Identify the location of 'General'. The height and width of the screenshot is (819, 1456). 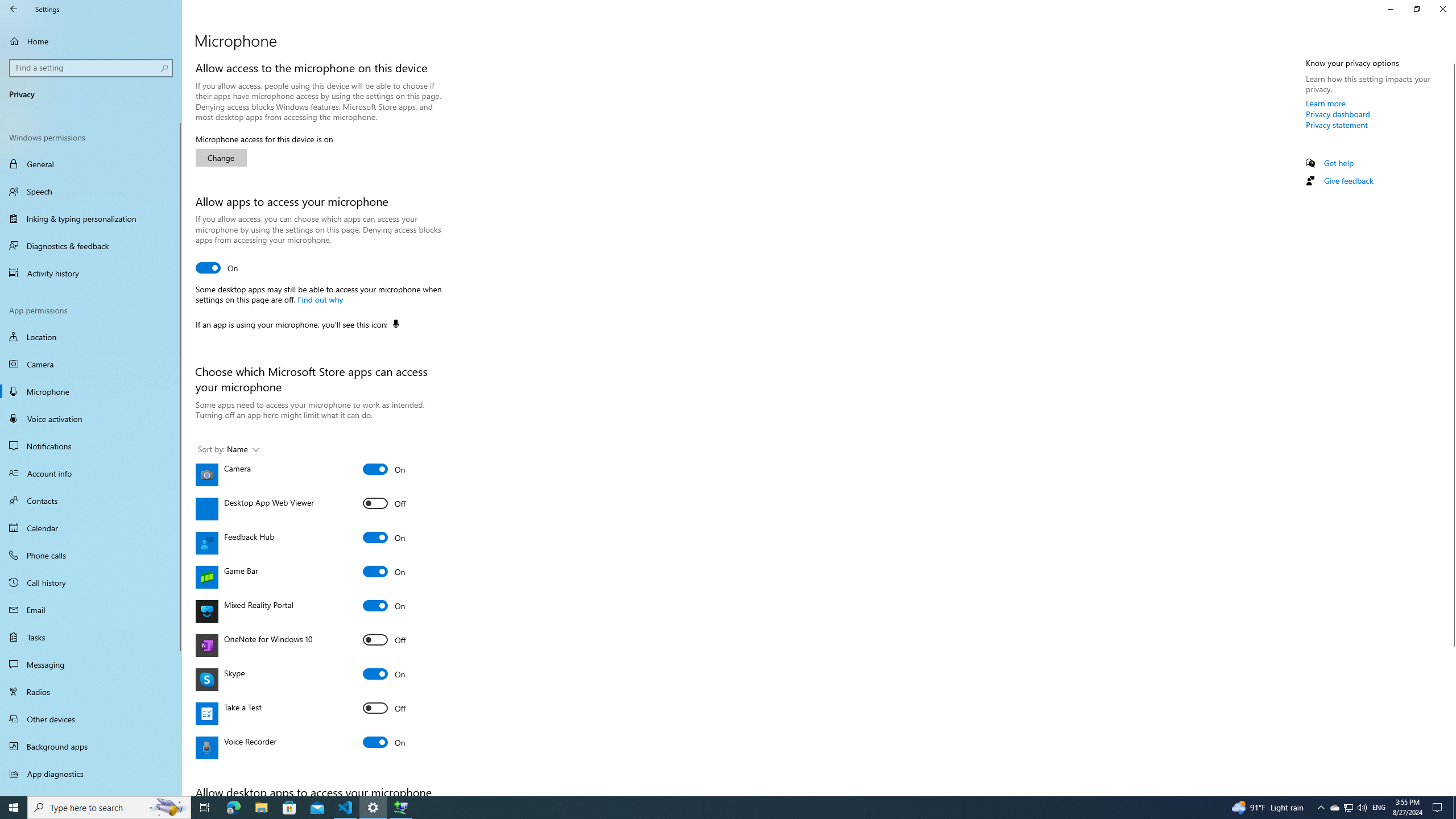
(90, 163).